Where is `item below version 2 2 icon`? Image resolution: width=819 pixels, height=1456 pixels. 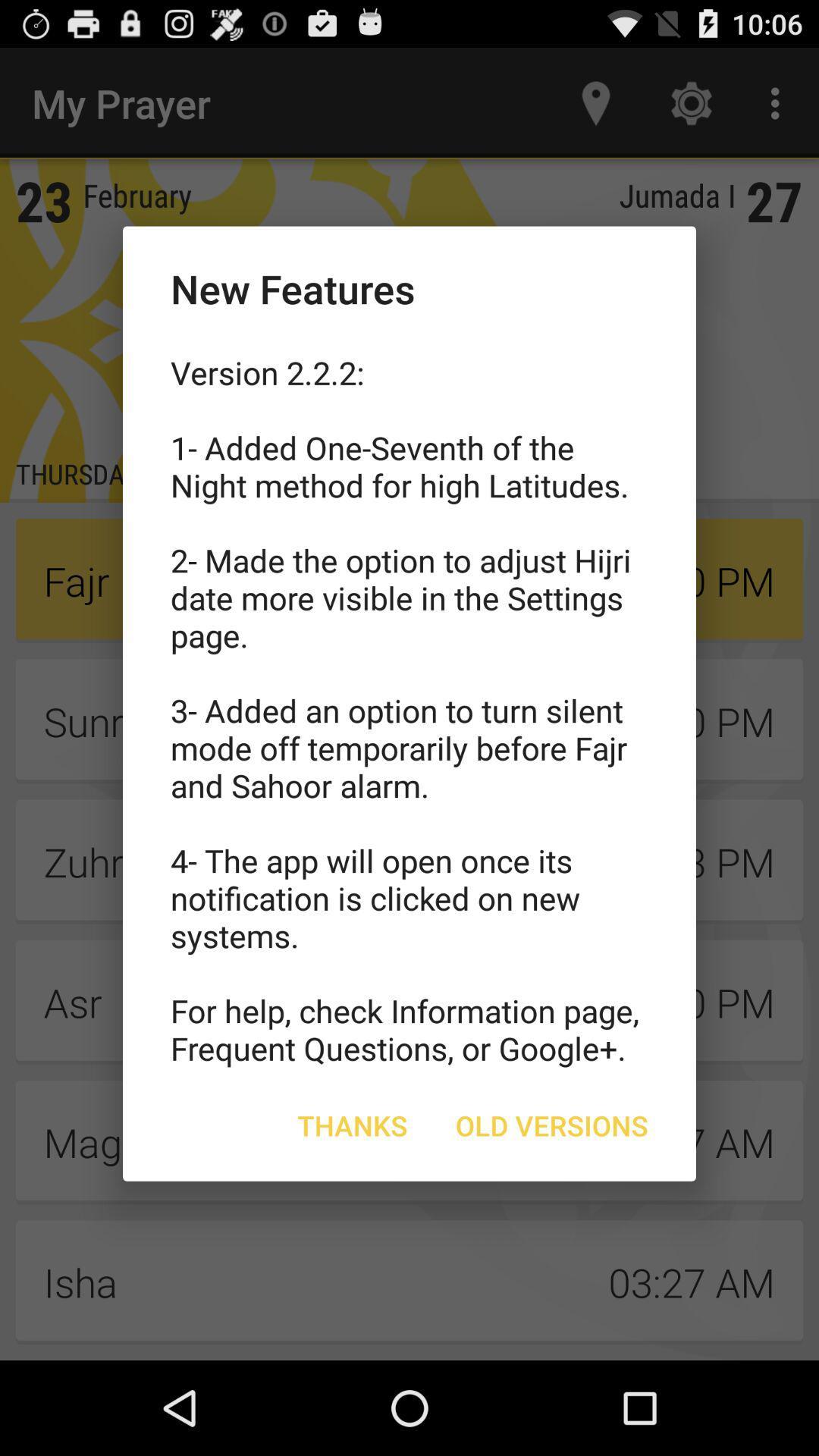
item below version 2 2 icon is located at coordinates (353, 1125).